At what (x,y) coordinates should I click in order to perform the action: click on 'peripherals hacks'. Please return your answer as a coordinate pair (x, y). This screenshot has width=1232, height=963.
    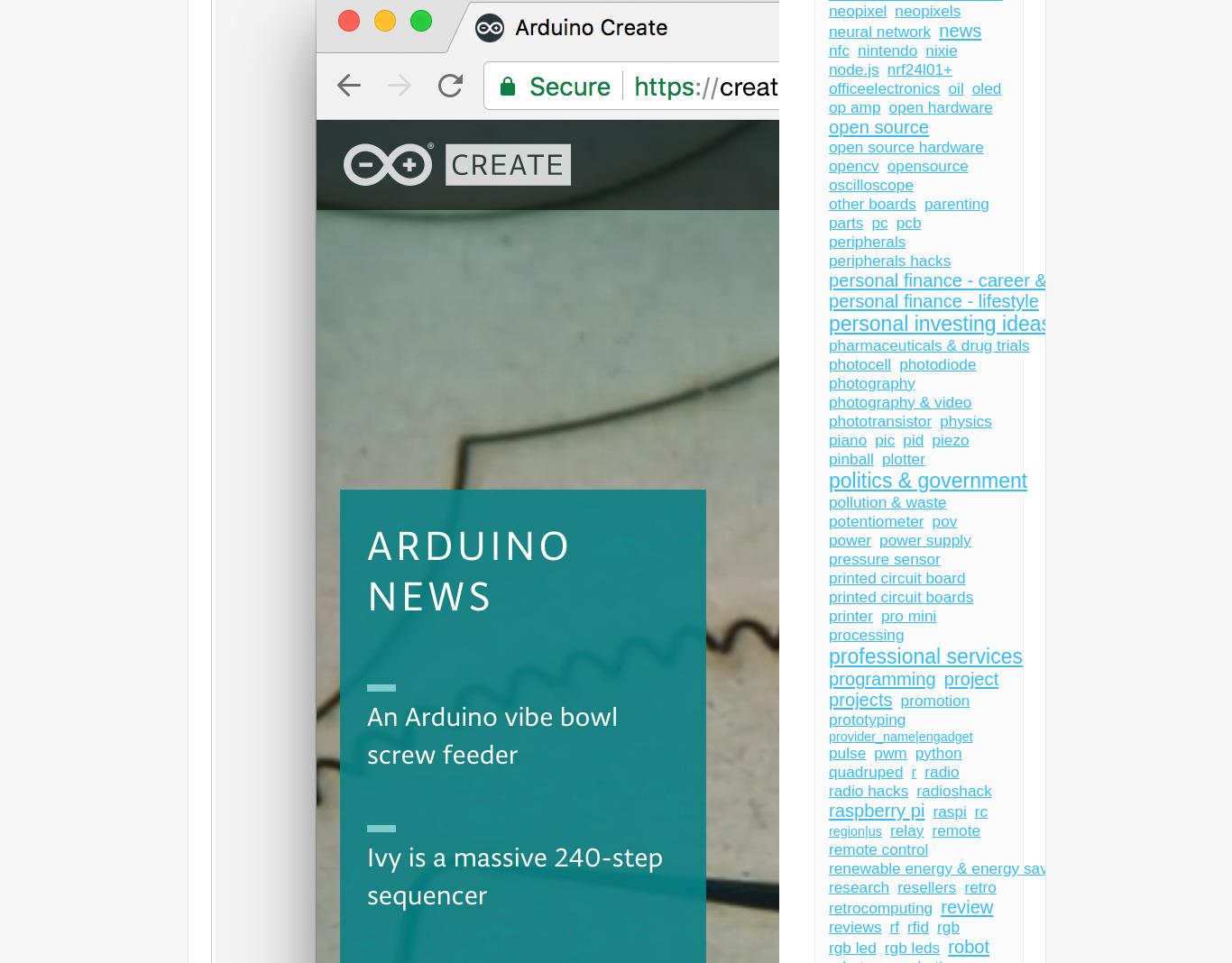
    Looking at the image, I should click on (889, 260).